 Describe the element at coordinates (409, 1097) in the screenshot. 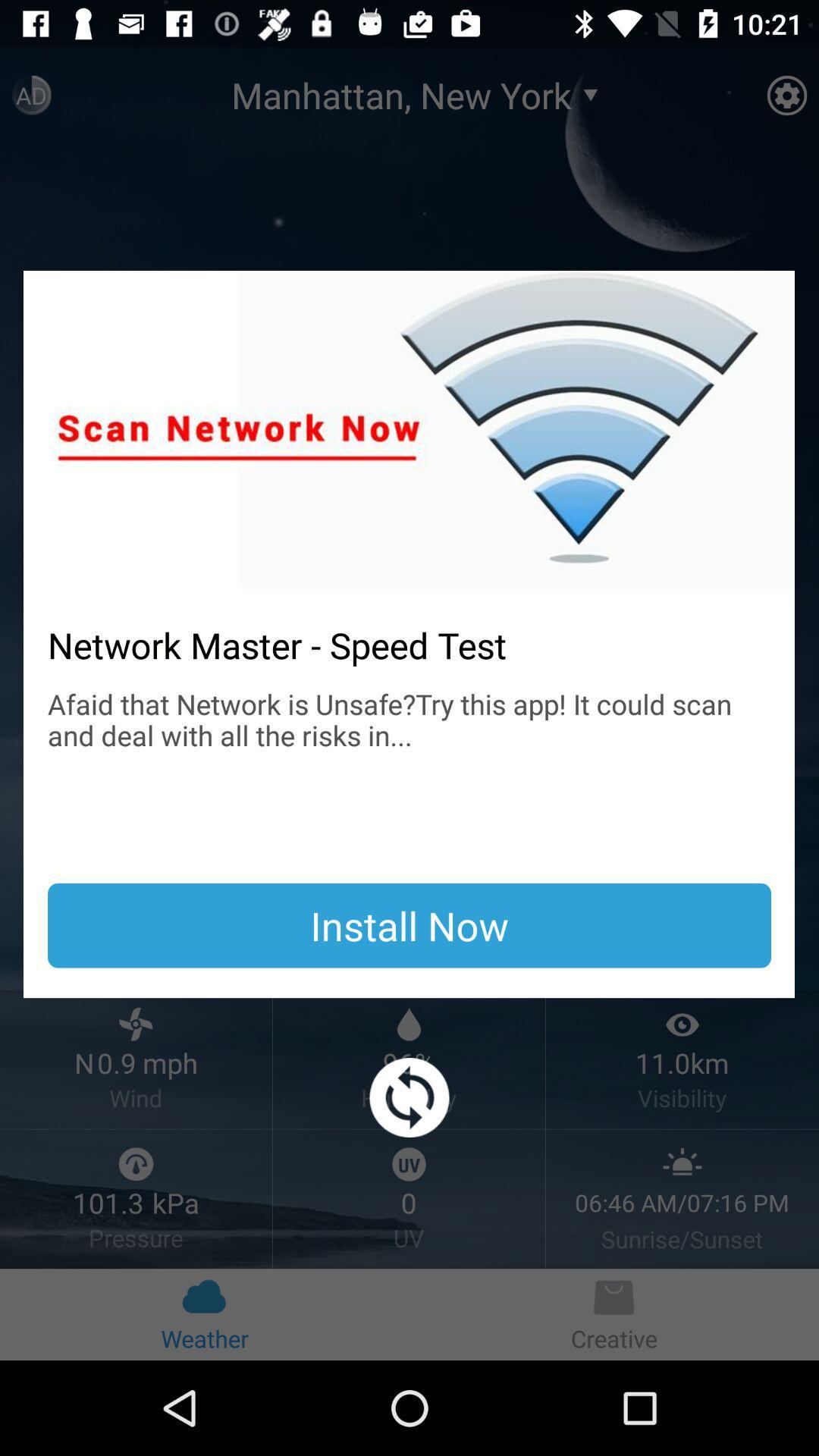

I see `the icon below install now` at that location.